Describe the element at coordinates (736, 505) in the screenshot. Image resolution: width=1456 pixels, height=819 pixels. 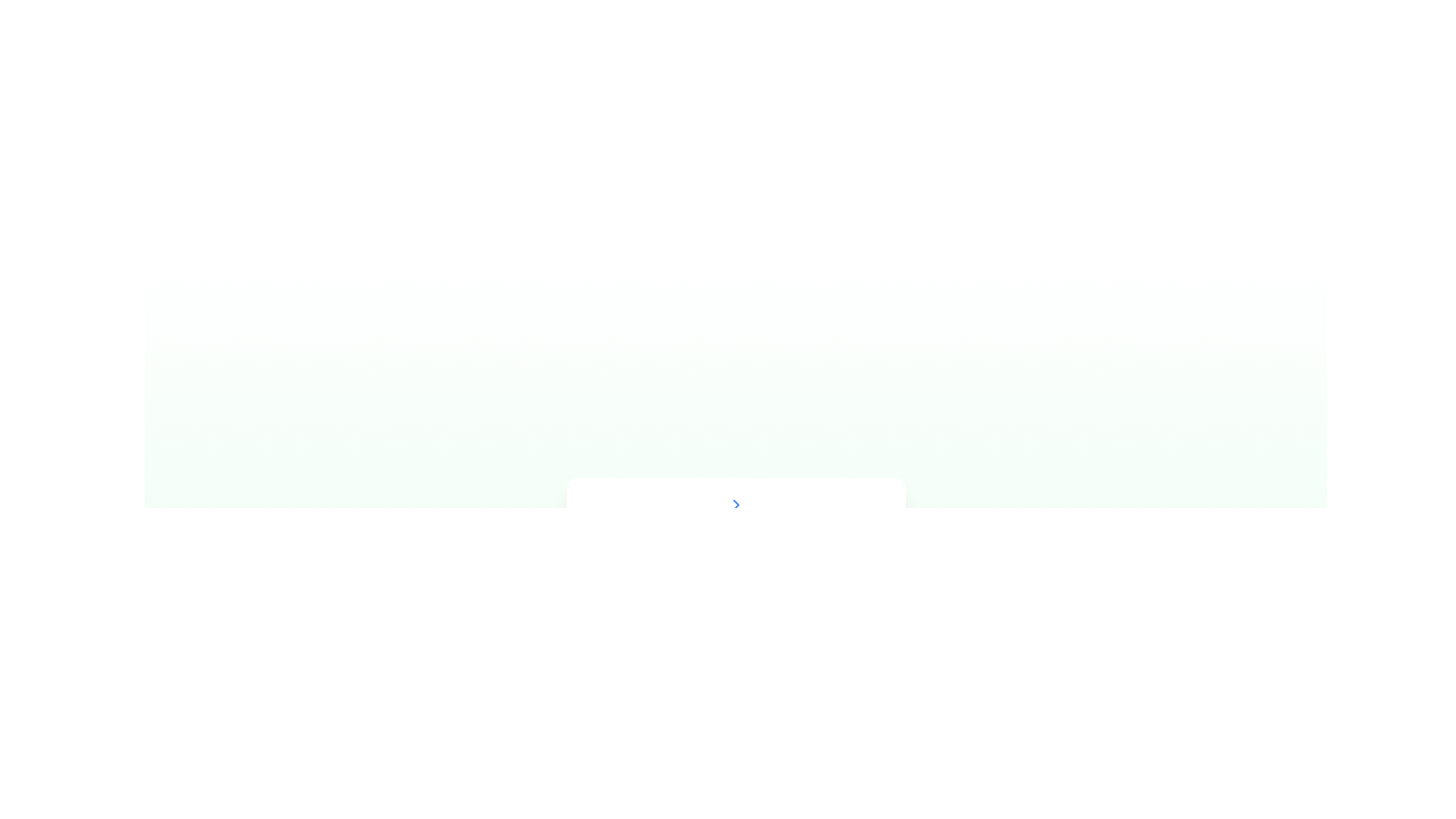
I see `the rightward chevron arrow icon, which is a blue arrow composed of three connected straight lines` at that location.